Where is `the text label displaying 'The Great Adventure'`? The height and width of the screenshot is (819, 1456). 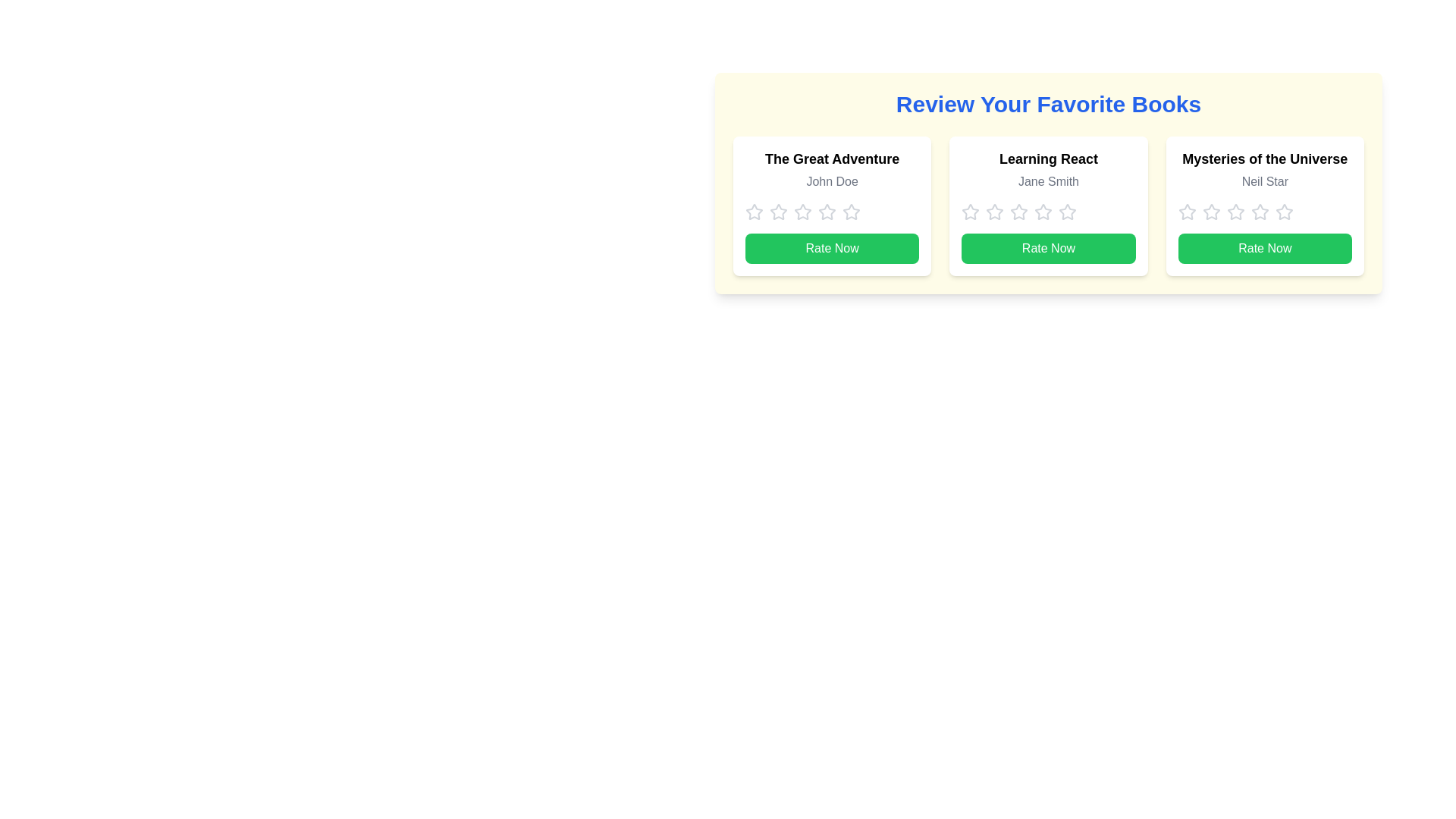 the text label displaying 'The Great Adventure' is located at coordinates (831, 158).